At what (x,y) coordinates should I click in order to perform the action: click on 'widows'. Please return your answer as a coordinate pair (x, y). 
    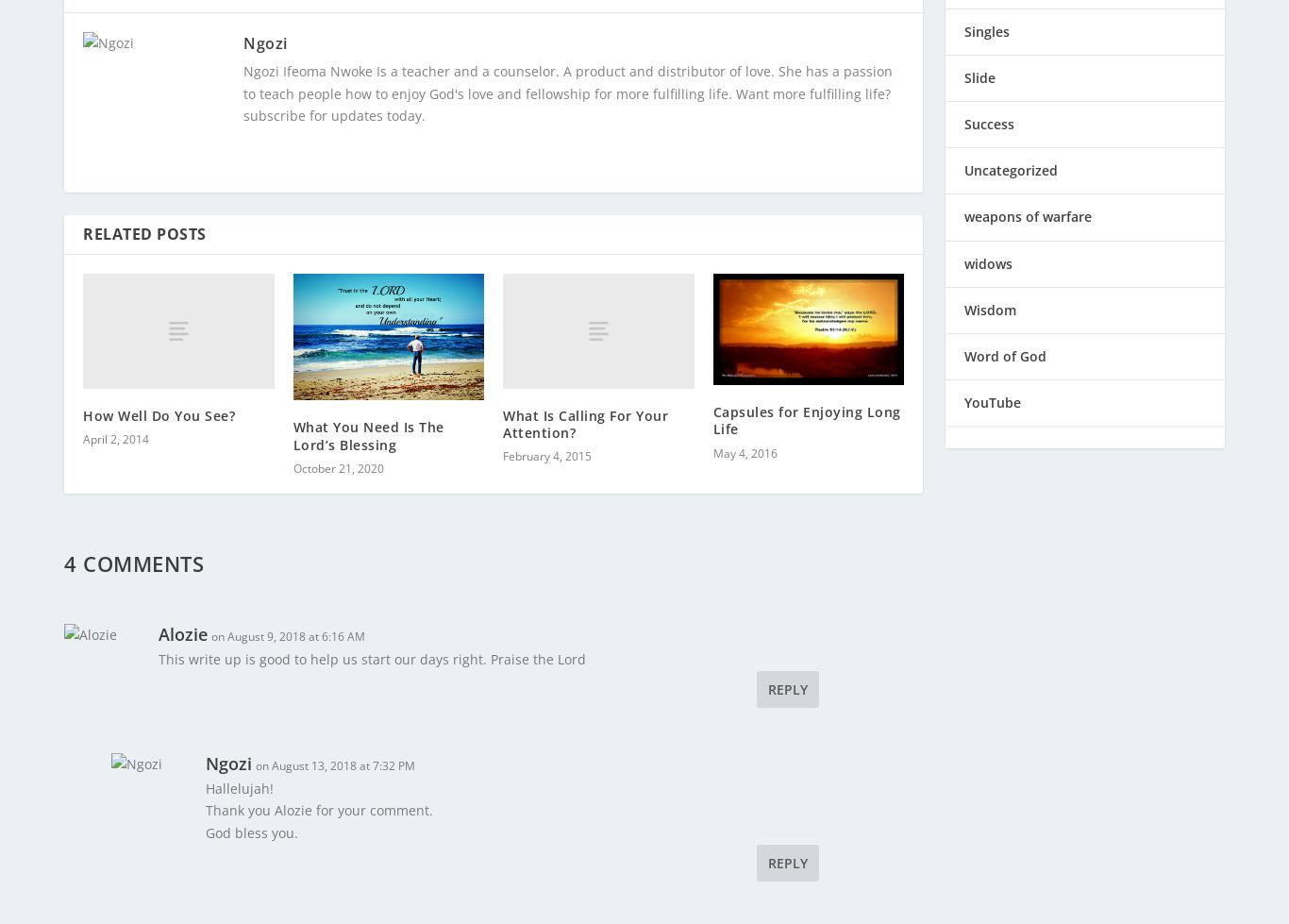
    Looking at the image, I should click on (964, 250).